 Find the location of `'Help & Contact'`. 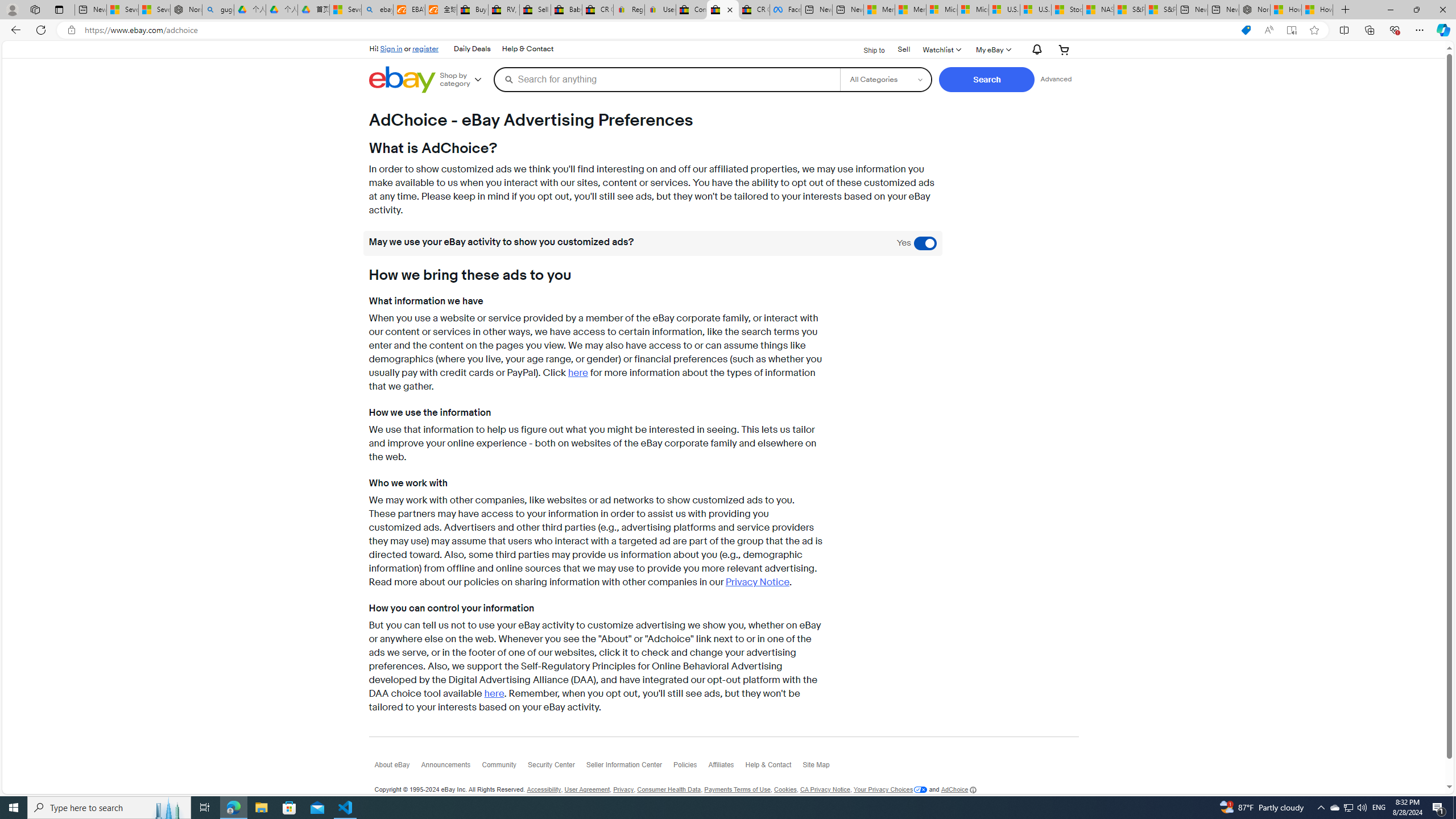

'Help & Contact' is located at coordinates (774, 767).